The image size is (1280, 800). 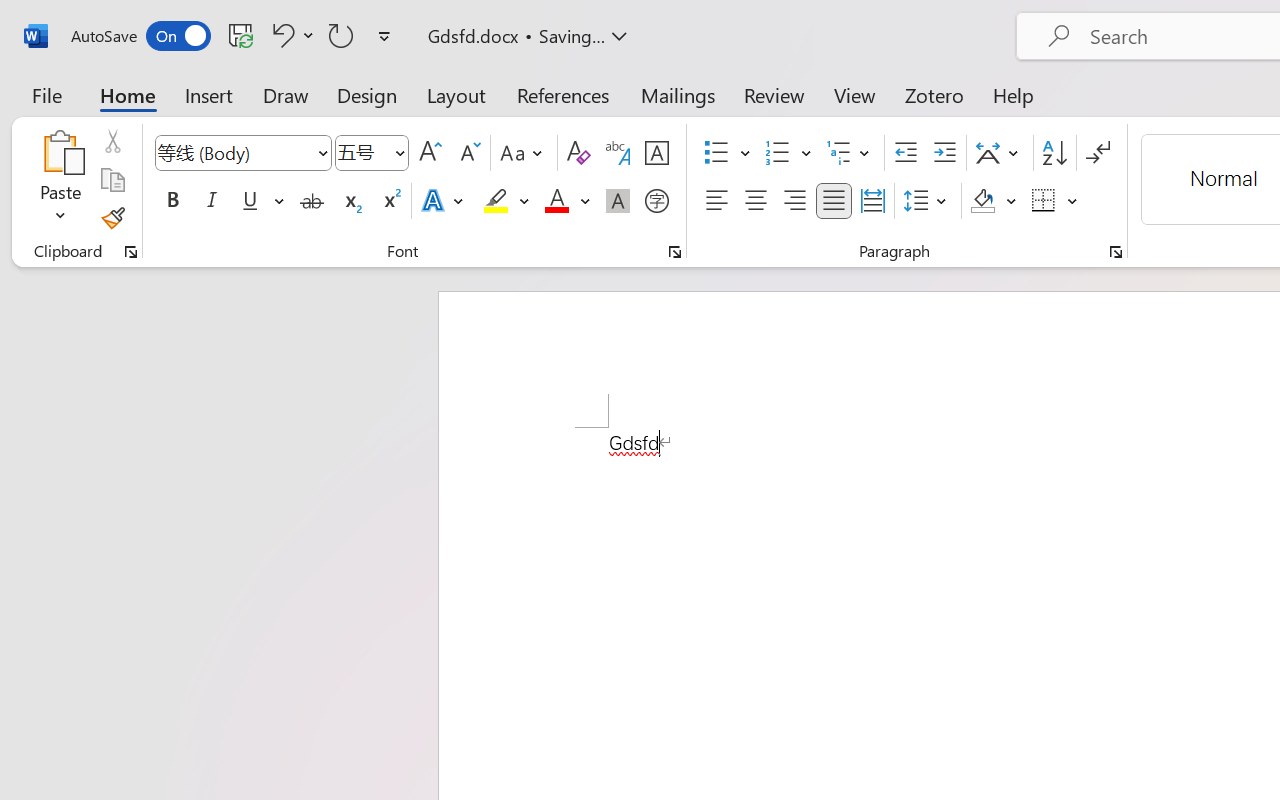 I want to click on 'Superscript', so click(x=390, y=201).